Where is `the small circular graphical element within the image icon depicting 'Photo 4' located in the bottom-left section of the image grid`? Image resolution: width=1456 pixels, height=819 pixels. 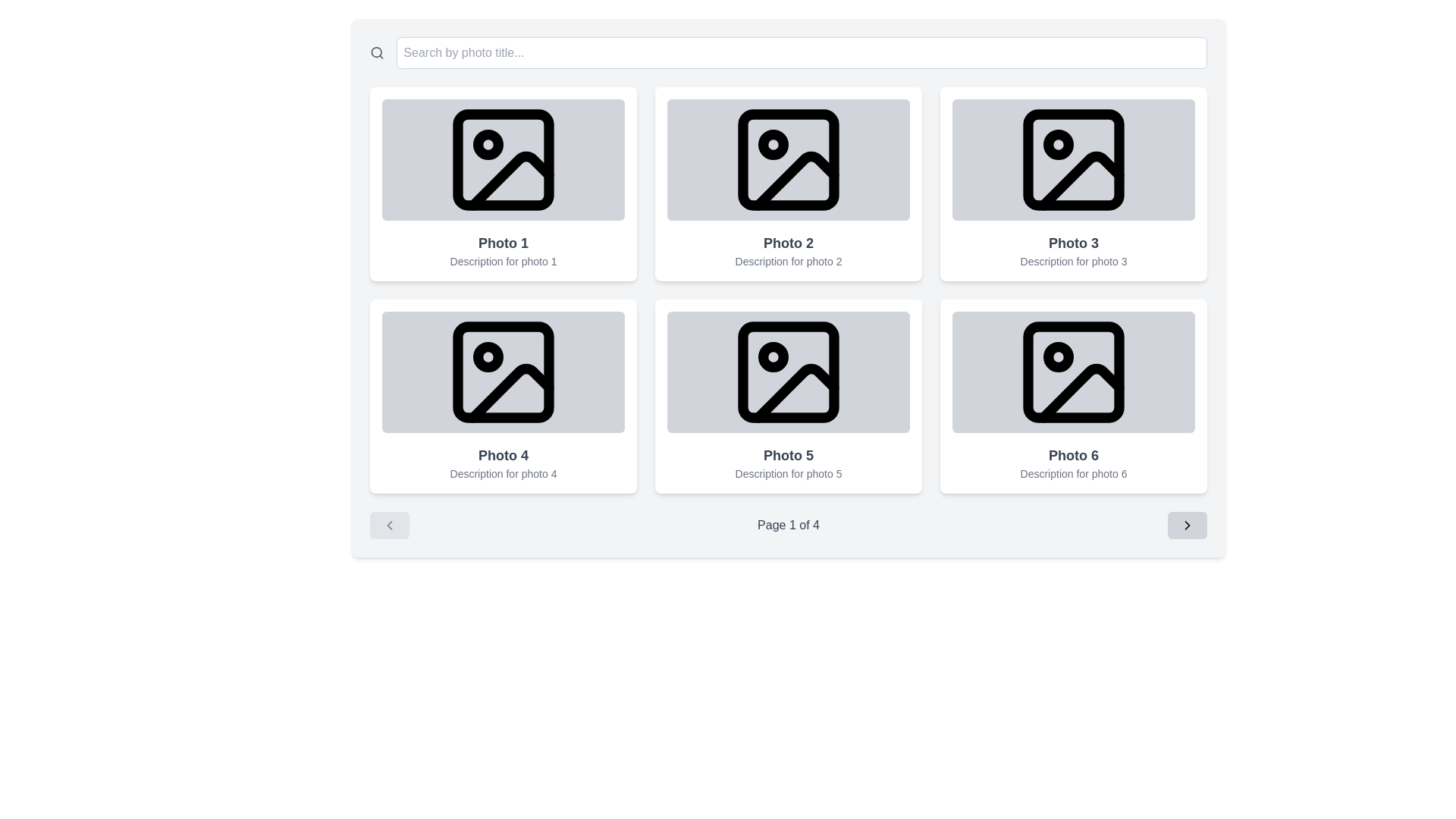 the small circular graphical element within the image icon depicting 'Photo 4' located in the bottom-left section of the image grid is located at coordinates (488, 356).